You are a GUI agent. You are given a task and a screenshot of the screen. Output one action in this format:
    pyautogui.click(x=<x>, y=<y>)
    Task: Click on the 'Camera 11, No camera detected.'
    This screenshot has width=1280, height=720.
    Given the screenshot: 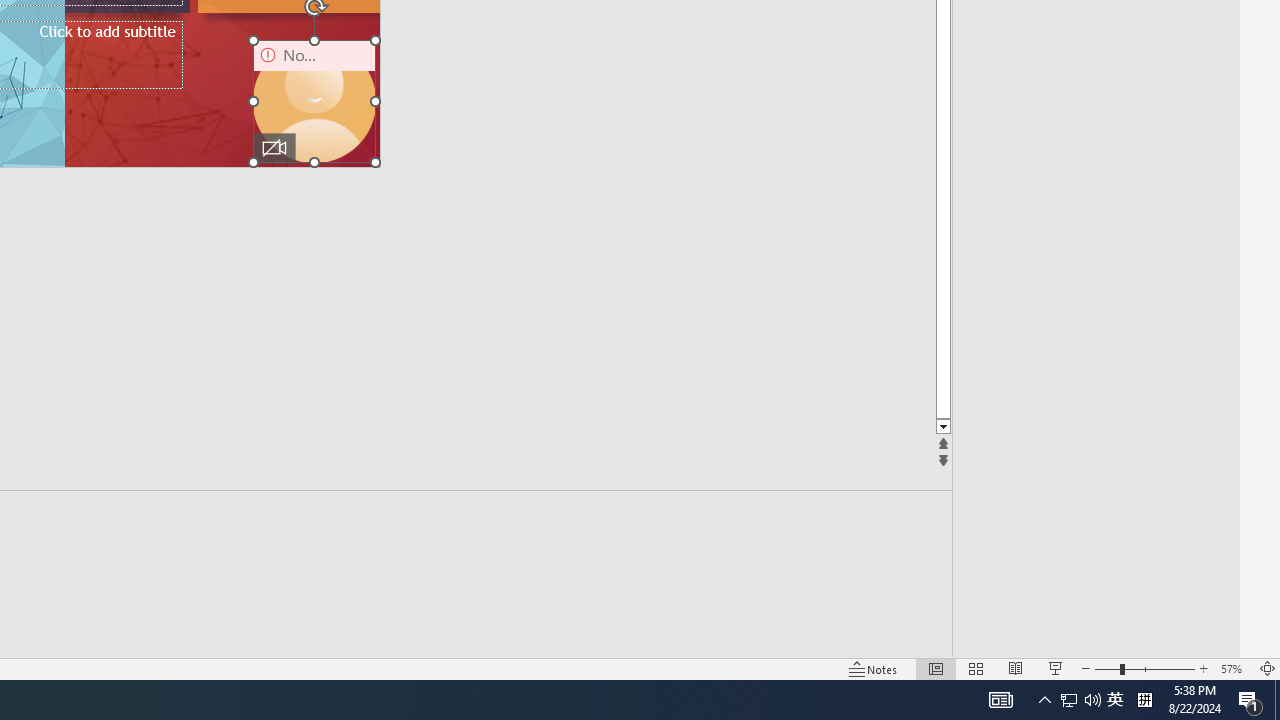 What is the action you would take?
    pyautogui.click(x=313, y=101)
    